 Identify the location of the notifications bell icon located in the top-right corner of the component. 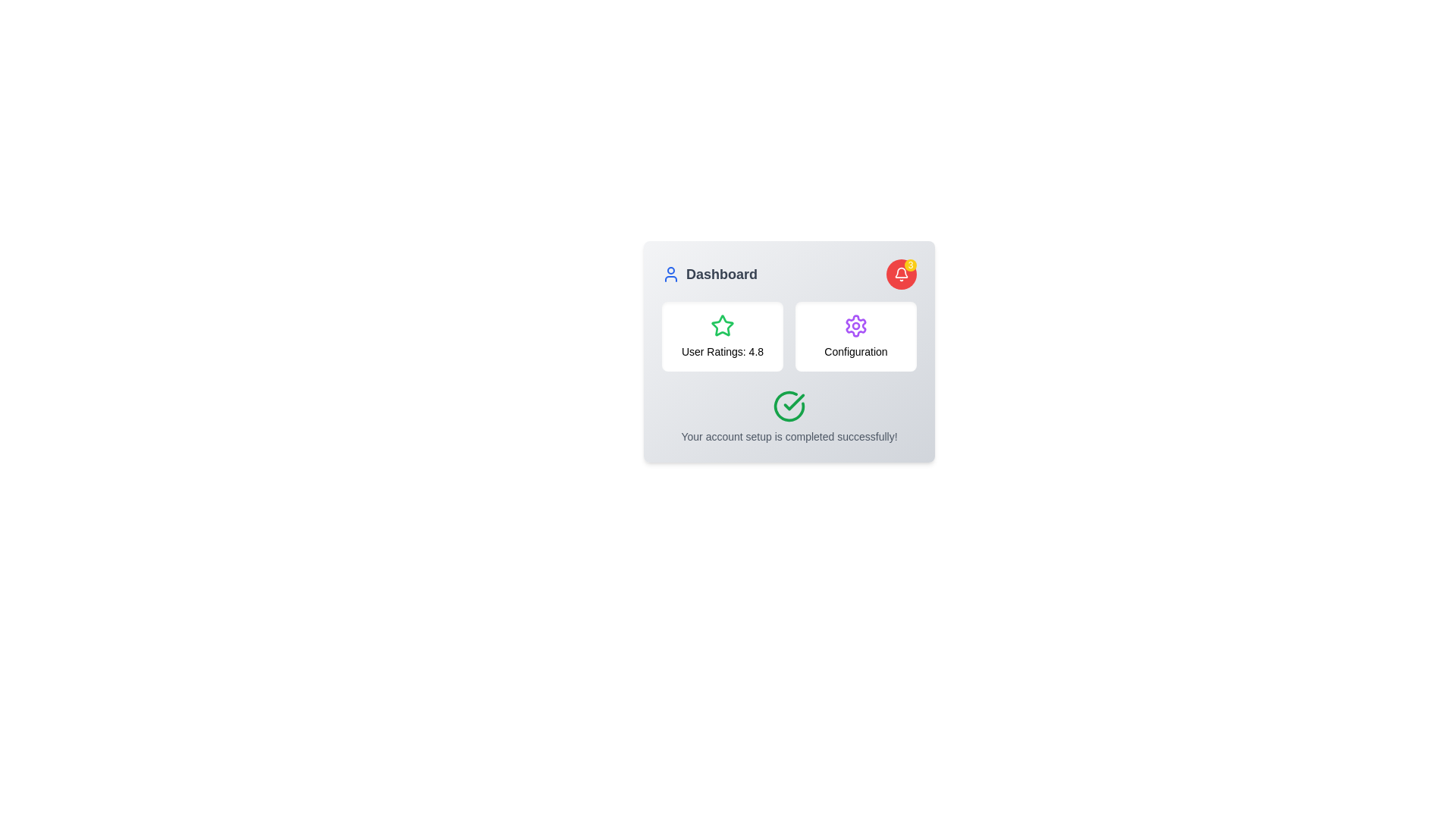
(902, 271).